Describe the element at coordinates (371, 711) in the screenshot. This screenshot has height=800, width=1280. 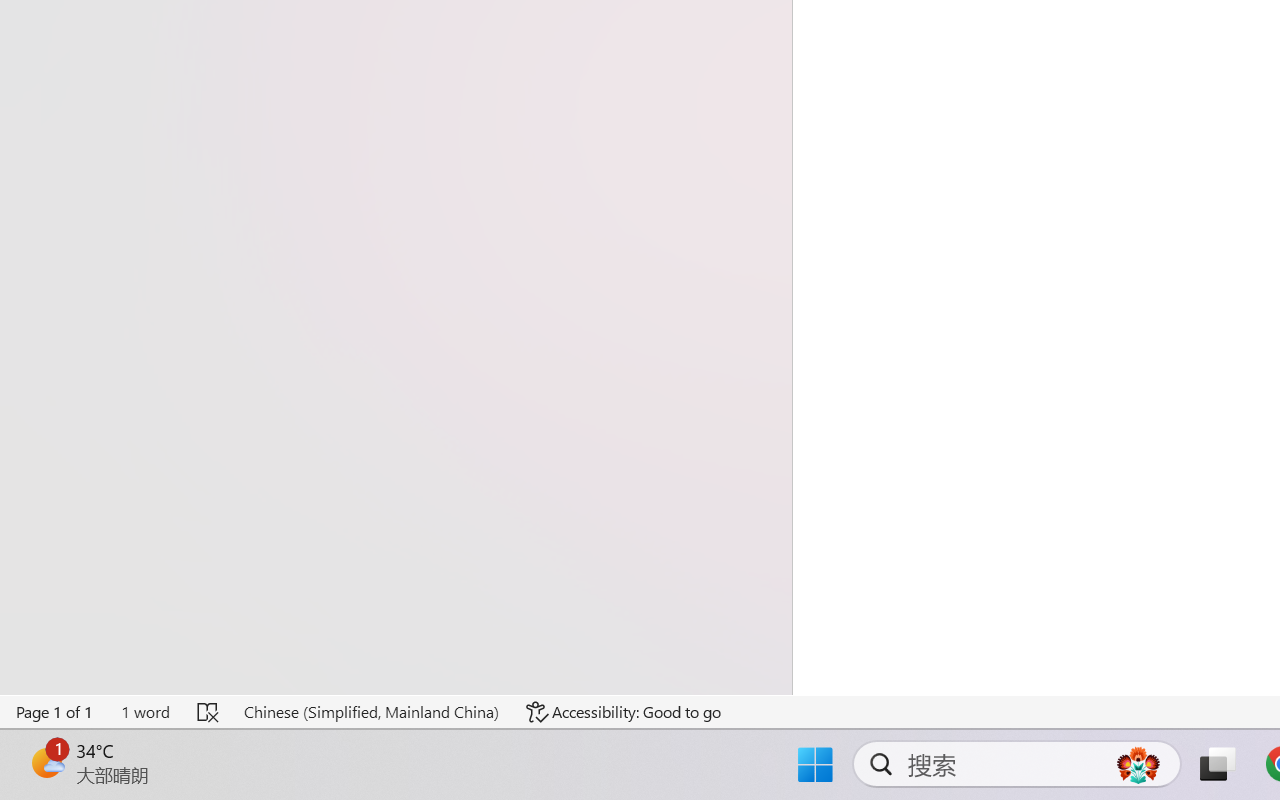
I see `'Language Chinese (Simplified, Mainland China)'` at that location.